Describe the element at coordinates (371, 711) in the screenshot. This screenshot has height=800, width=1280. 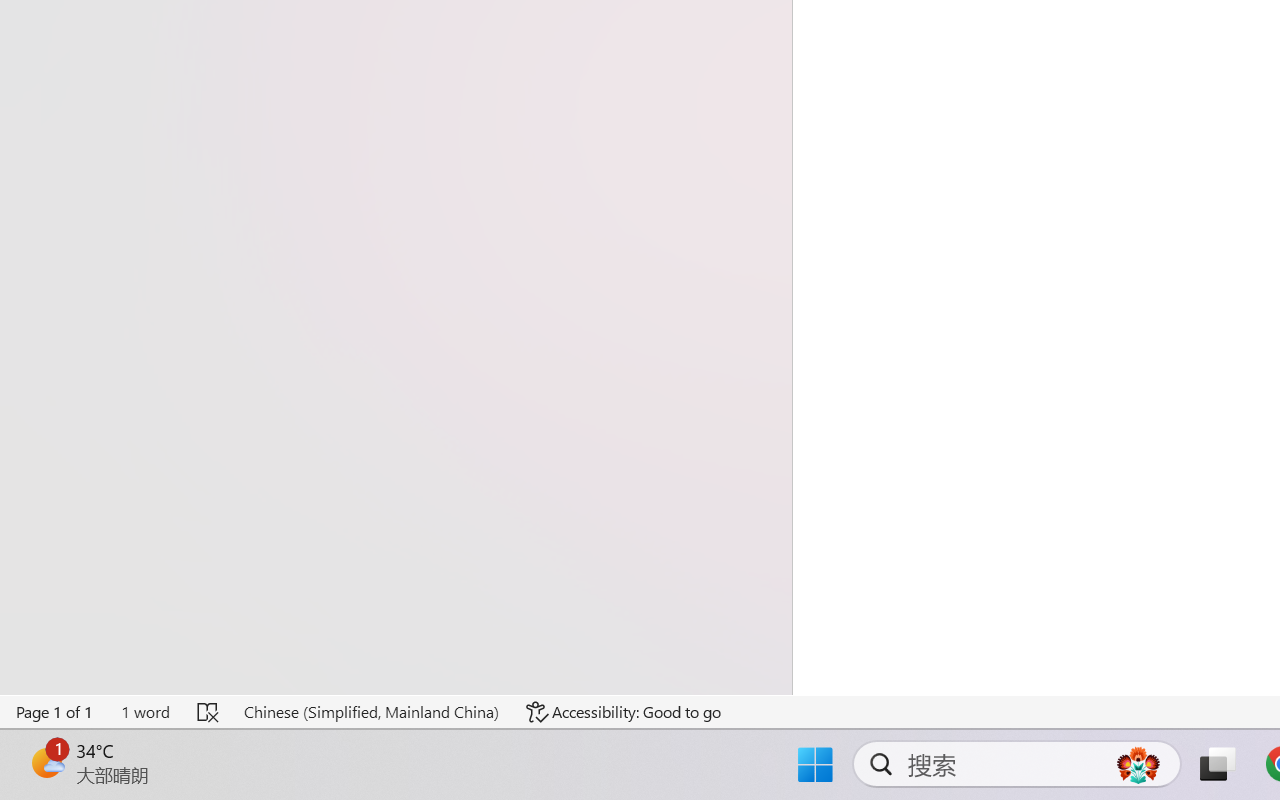
I see `'Language Chinese (Simplified, Mainland China)'` at that location.